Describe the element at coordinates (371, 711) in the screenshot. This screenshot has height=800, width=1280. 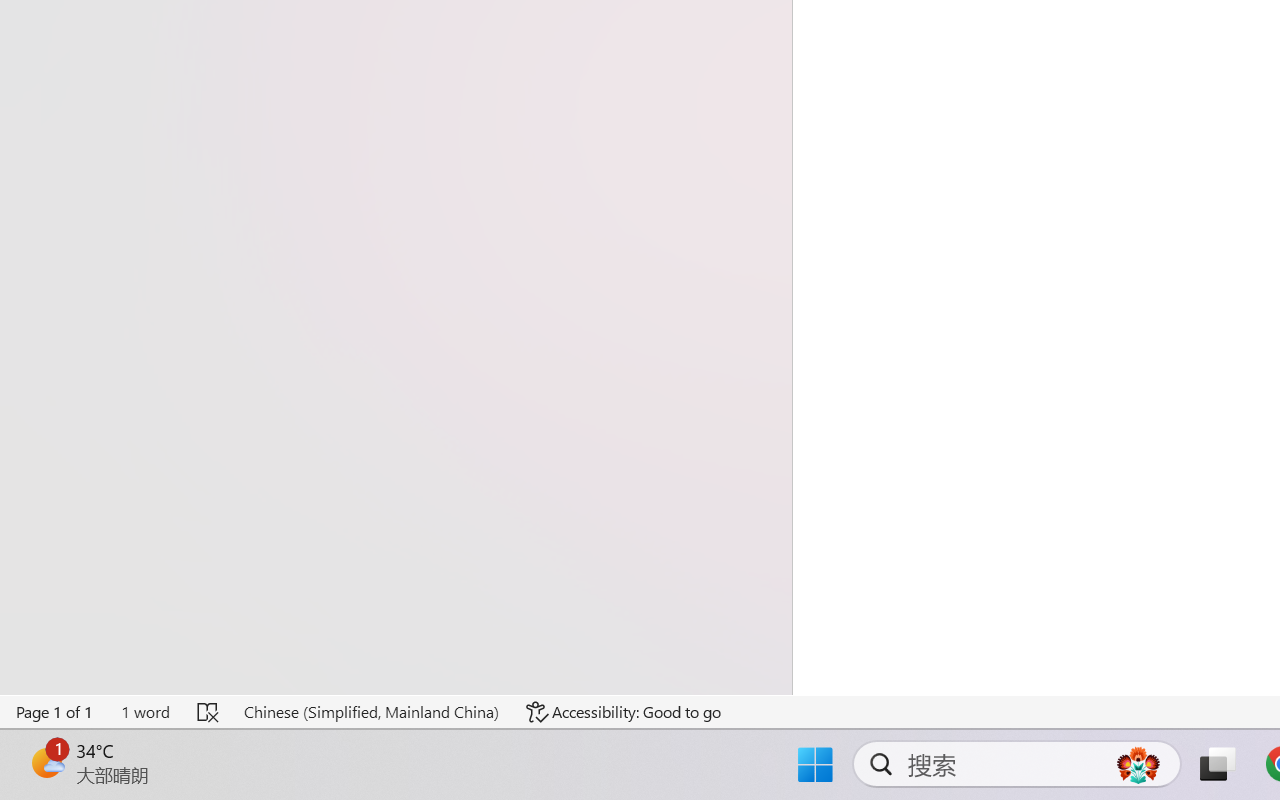
I see `'Language Chinese (Simplified, Mainland China)'` at that location.